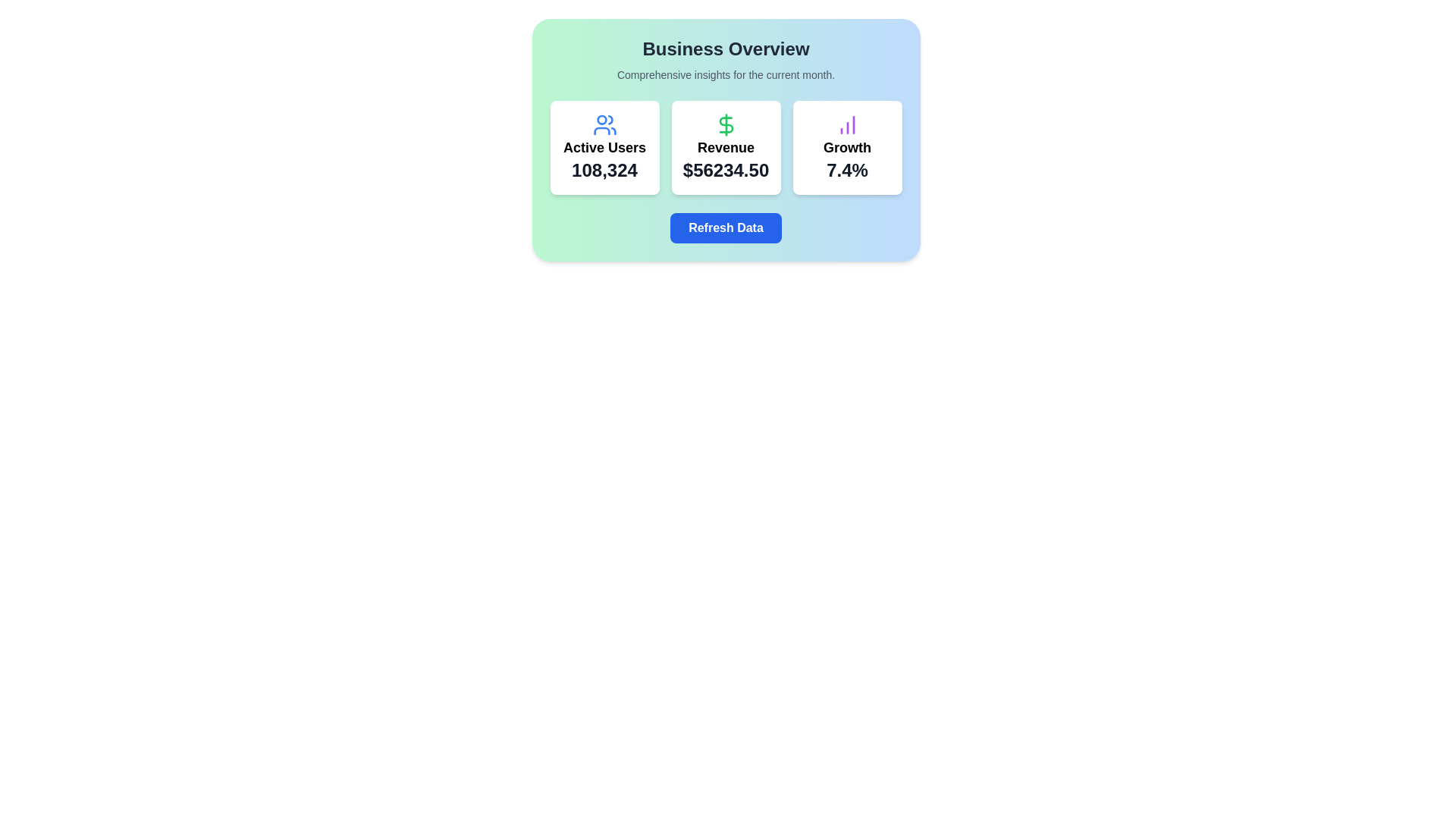  I want to click on the active users icon located in the first section of the horizontally arranged card group under the 'Business Overview' section, positioned above the 'Active Users' text and numerical values, so click(604, 124).